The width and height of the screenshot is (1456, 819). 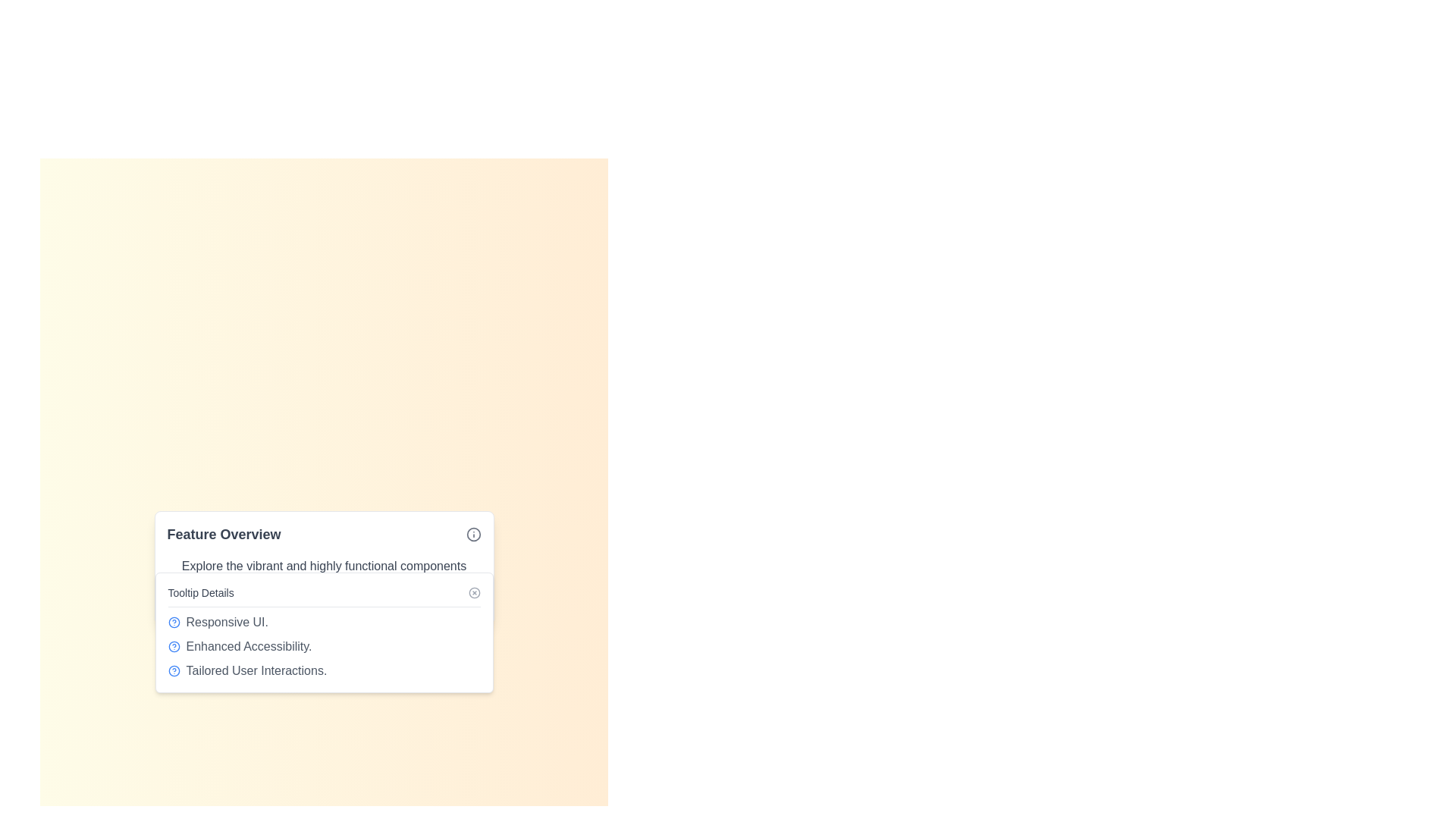 What do you see at coordinates (174, 646) in the screenshot?
I see `the blue circular outline help icon with a question mark, located next to the 'Enhanced Accessibility.' text for more details` at bounding box center [174, 646].